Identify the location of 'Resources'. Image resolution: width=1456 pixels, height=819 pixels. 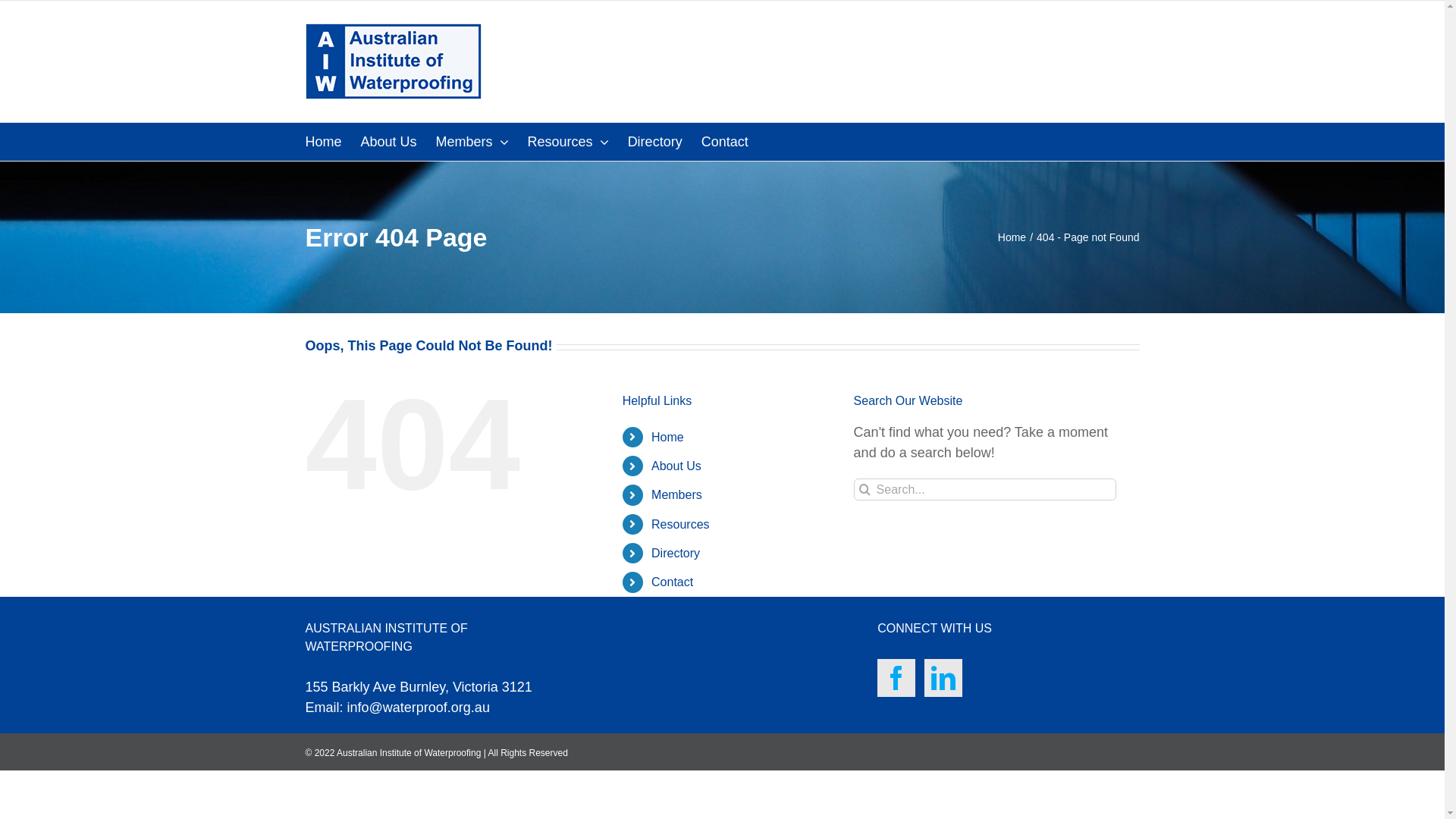
(567, 141).